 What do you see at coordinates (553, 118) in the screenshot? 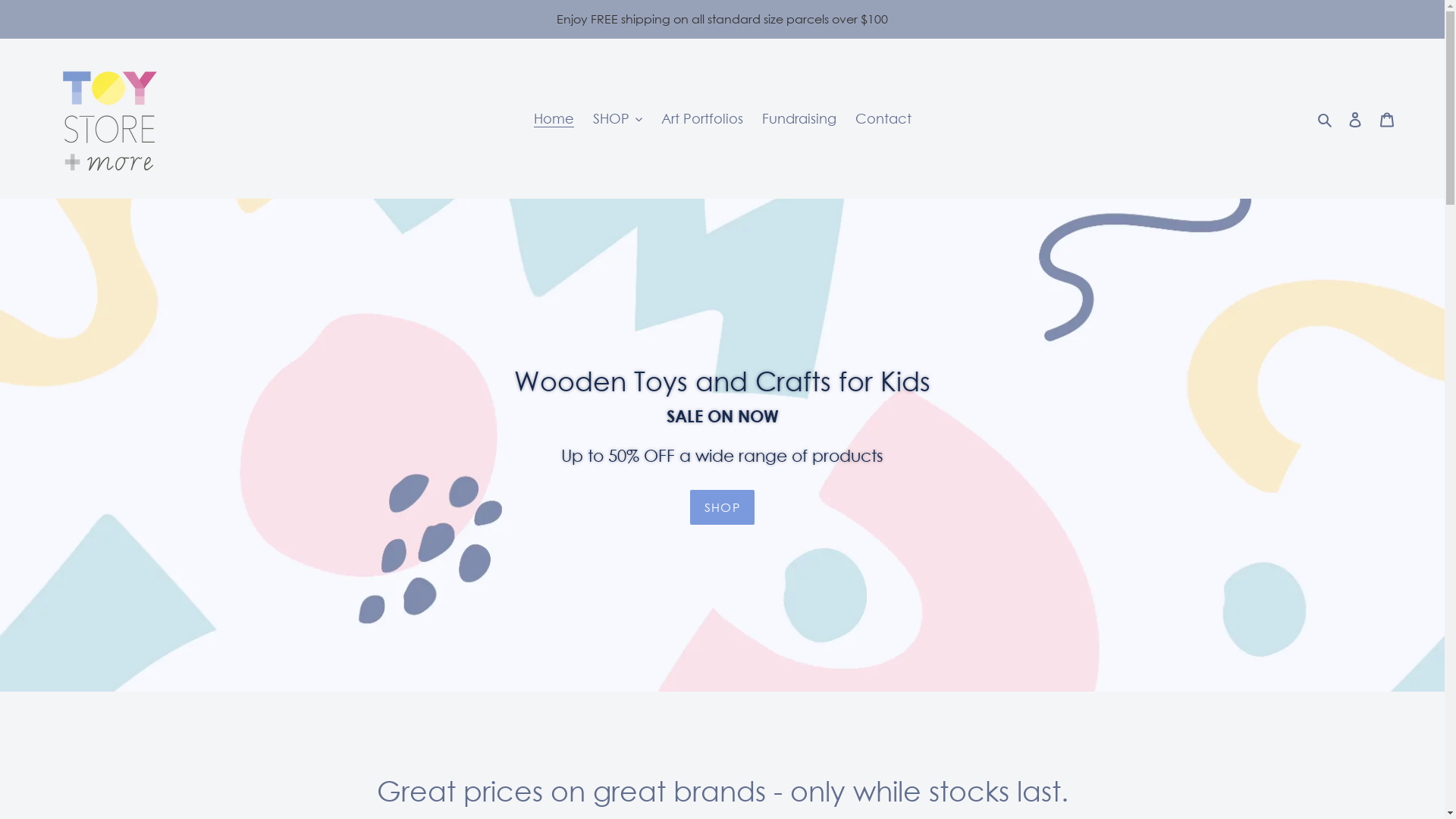
I see `'Home'` at bounding box center [553, 118].